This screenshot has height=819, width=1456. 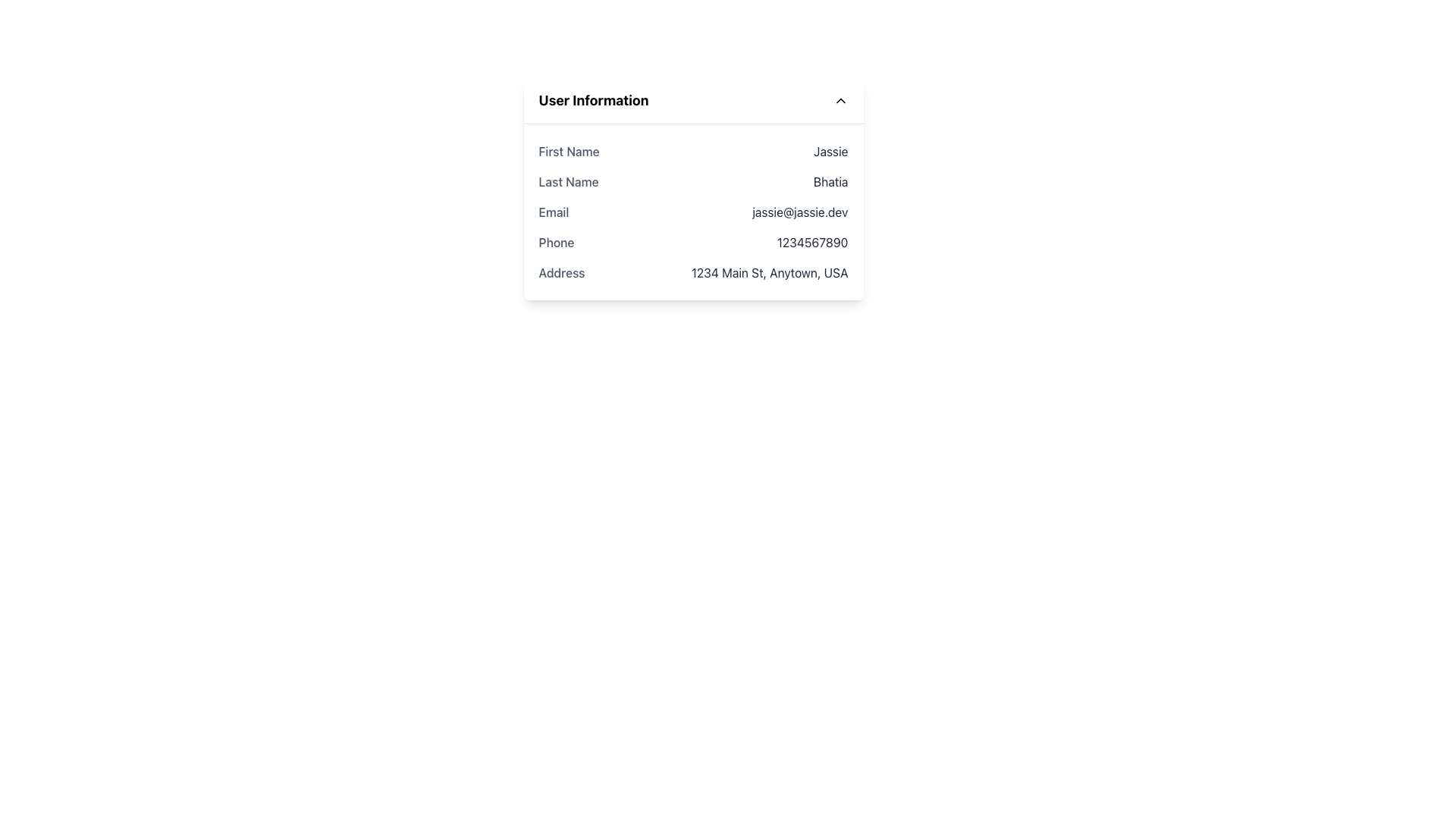 I want to click on the 'Address' Text Display Pair element, which displays the address '1234 Main St, Anytown, USA' below the 'Phone' entry in the User Information section, so click(x=692, y=271).